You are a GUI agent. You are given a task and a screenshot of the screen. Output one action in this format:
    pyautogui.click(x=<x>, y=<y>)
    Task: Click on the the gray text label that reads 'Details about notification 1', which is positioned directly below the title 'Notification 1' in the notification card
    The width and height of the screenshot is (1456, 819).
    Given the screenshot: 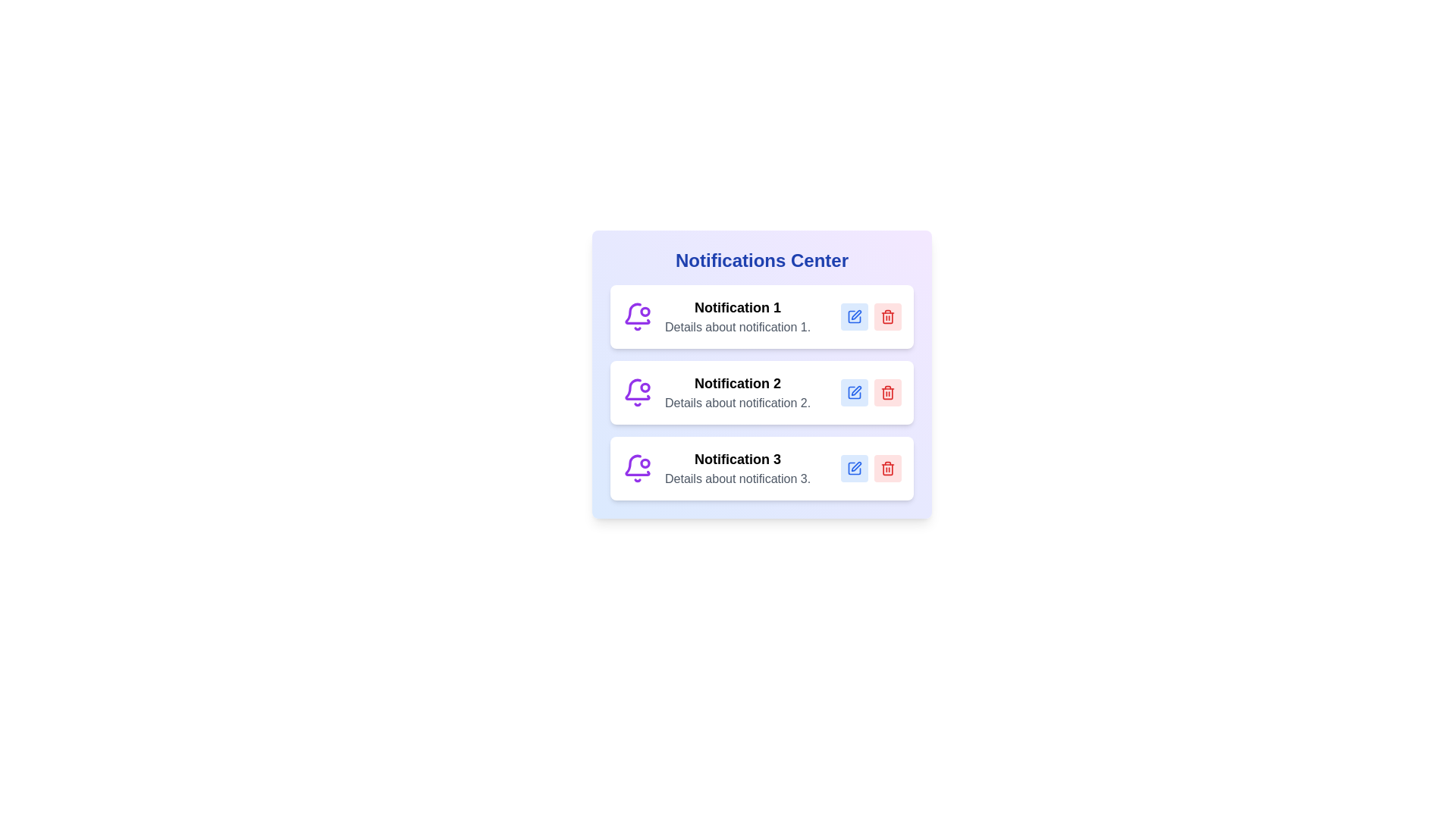 What is the action you would take?
    pyautogui.click(x=738, y=327)
    